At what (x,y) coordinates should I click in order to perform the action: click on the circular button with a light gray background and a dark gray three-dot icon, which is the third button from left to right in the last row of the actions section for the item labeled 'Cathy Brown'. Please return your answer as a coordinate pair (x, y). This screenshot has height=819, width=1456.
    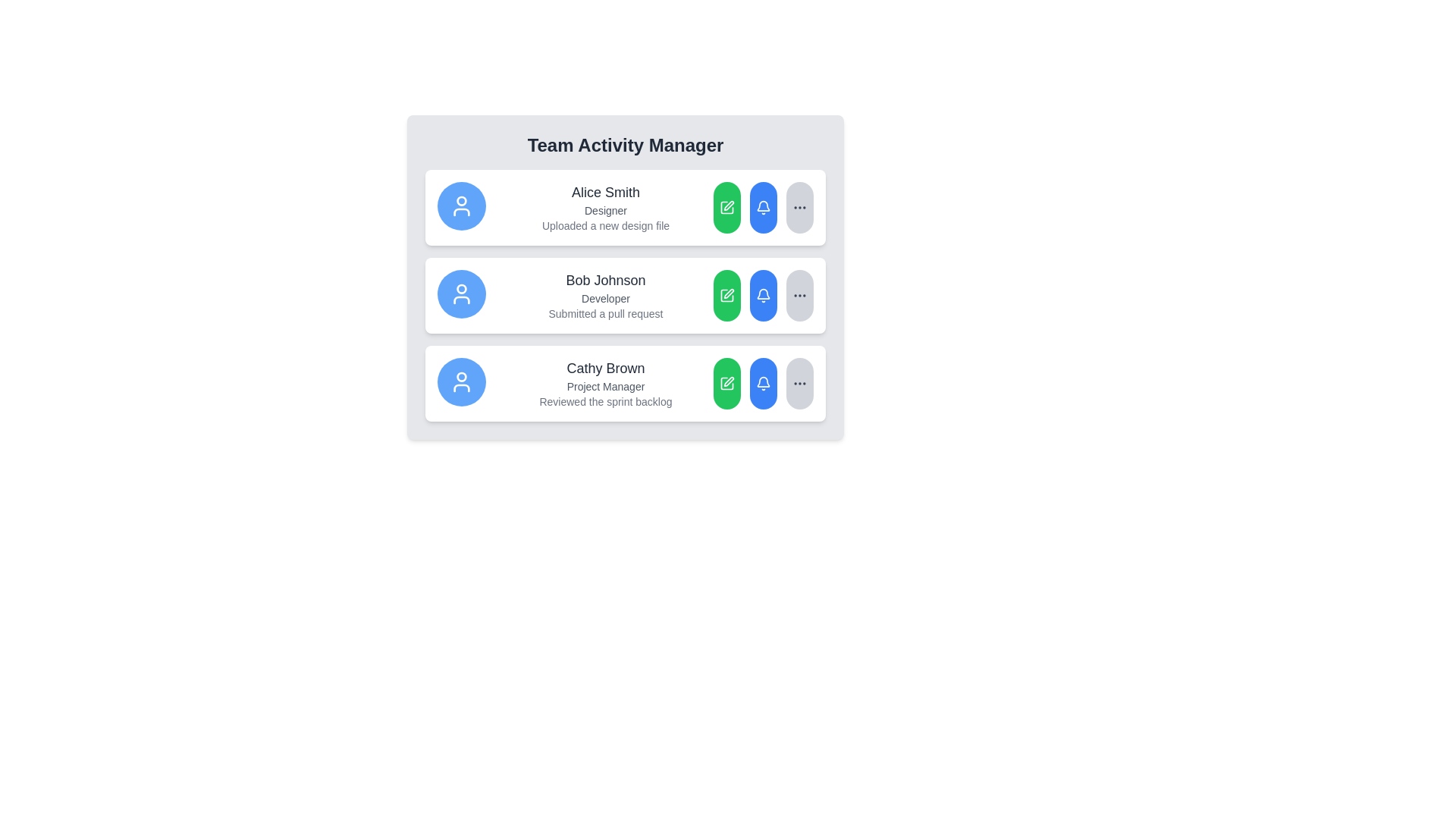
    Looking at the image, I should click on (799, 382).